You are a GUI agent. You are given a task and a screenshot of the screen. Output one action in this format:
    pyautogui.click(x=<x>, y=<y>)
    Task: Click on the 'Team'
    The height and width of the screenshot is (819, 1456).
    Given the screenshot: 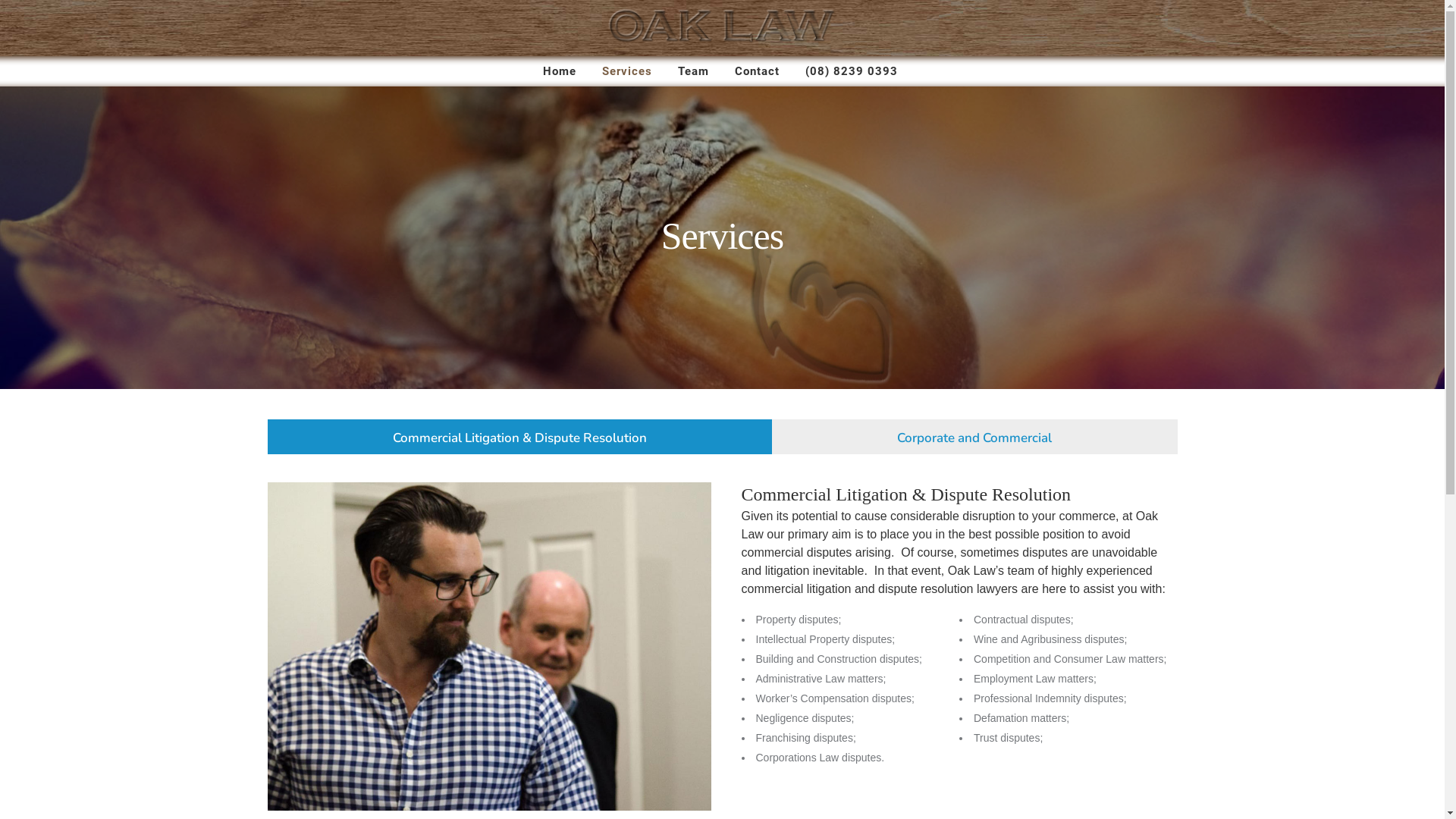 What is the action you would take?
    pyautogui.click(x=692, y=71)
    